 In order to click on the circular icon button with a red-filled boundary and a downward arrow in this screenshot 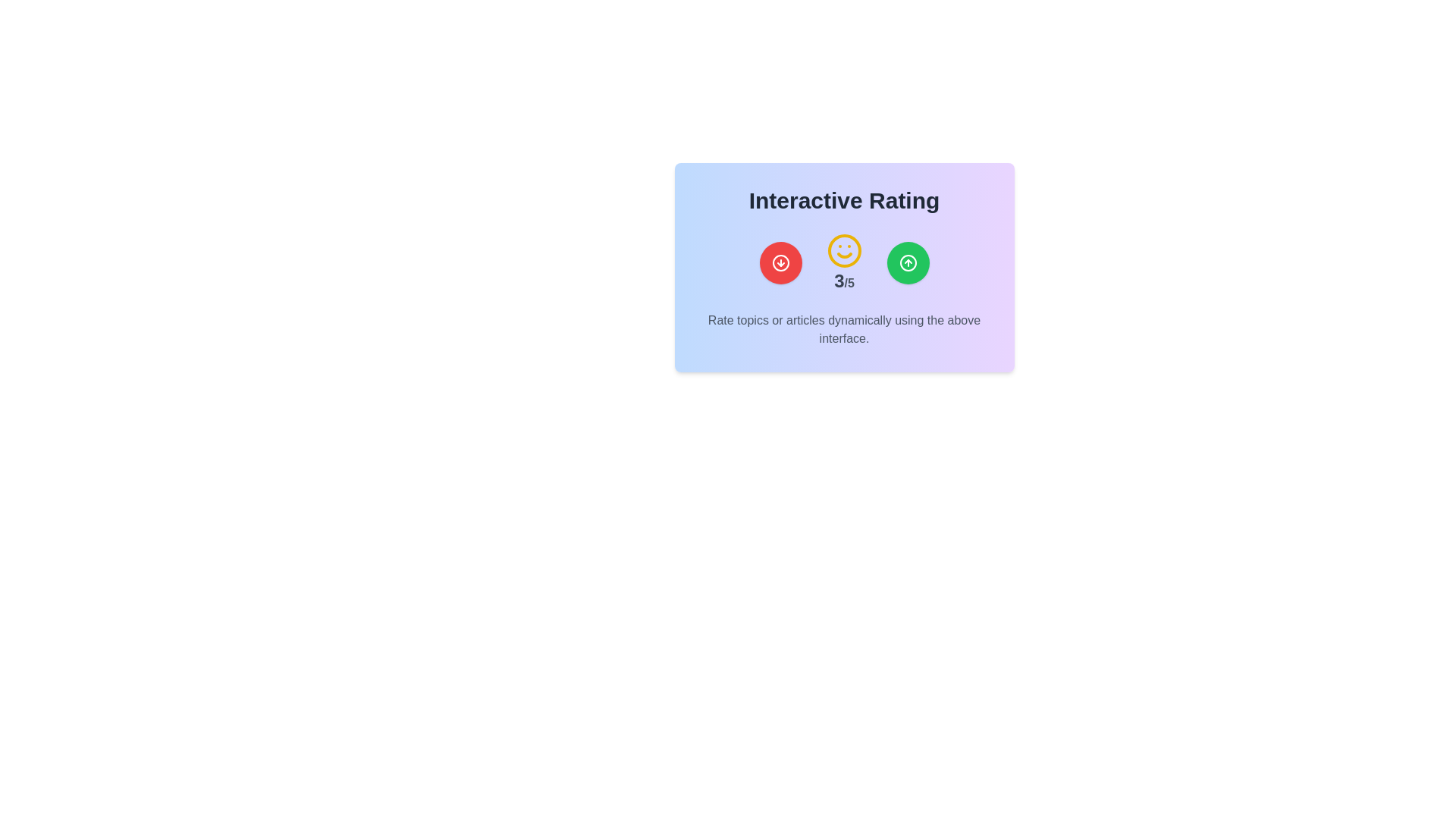, I will do `click(780, 262)`.